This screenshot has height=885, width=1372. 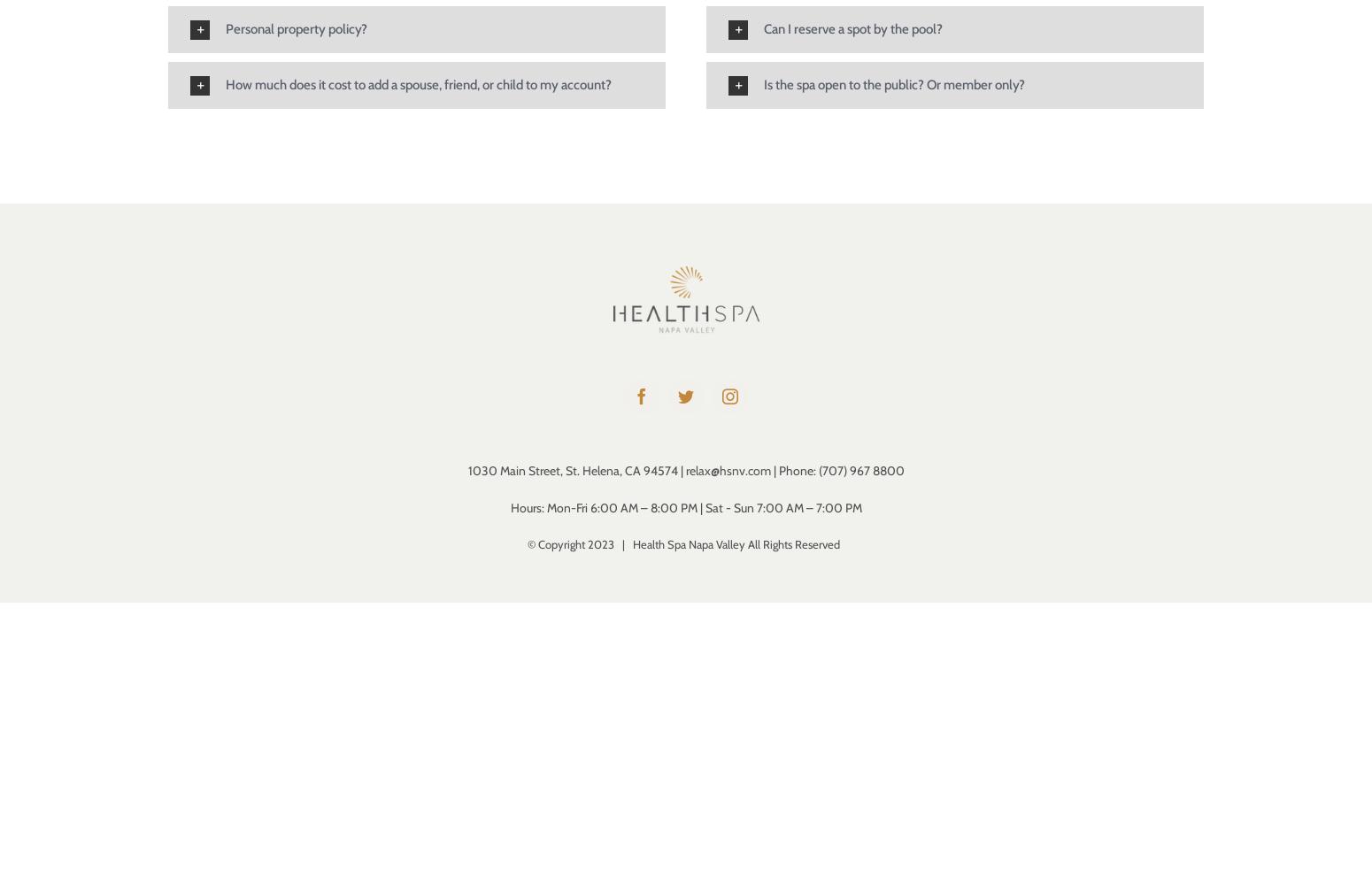 What do you see at coordinates (714, 543) in the screenshot?
I see `'2023   |   Health Spa Napa Valley  All Rights Reserved'` at bounding box center [714, 543].